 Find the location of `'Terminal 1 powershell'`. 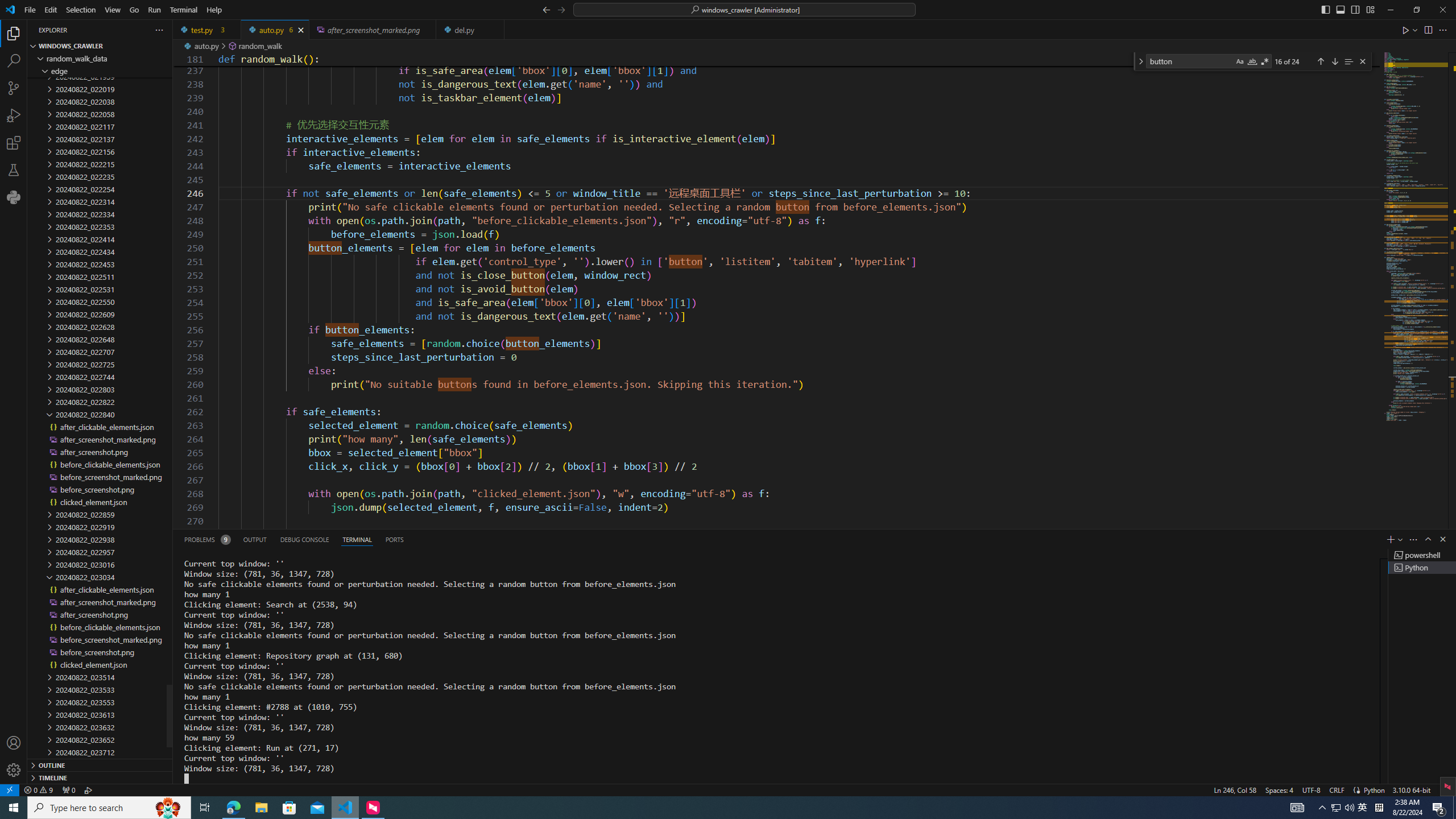

'Terminal 1 powershell' is located at coordinates (1422, 554).